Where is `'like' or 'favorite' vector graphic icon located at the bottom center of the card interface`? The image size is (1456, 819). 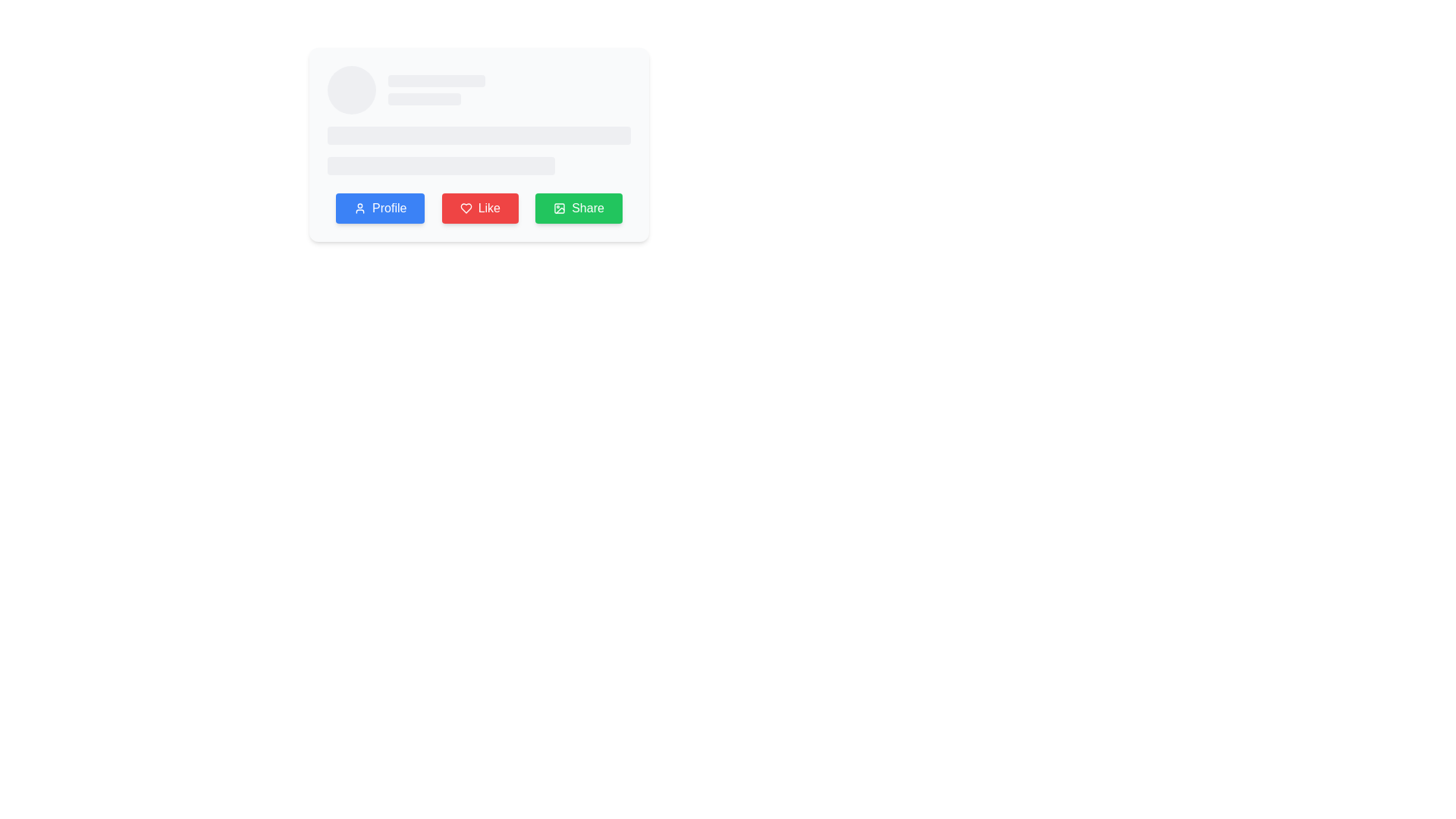 'like' or 'favorite' vector graphic icon located at the bottom center of the card interface is located at coordinates (465, 208).